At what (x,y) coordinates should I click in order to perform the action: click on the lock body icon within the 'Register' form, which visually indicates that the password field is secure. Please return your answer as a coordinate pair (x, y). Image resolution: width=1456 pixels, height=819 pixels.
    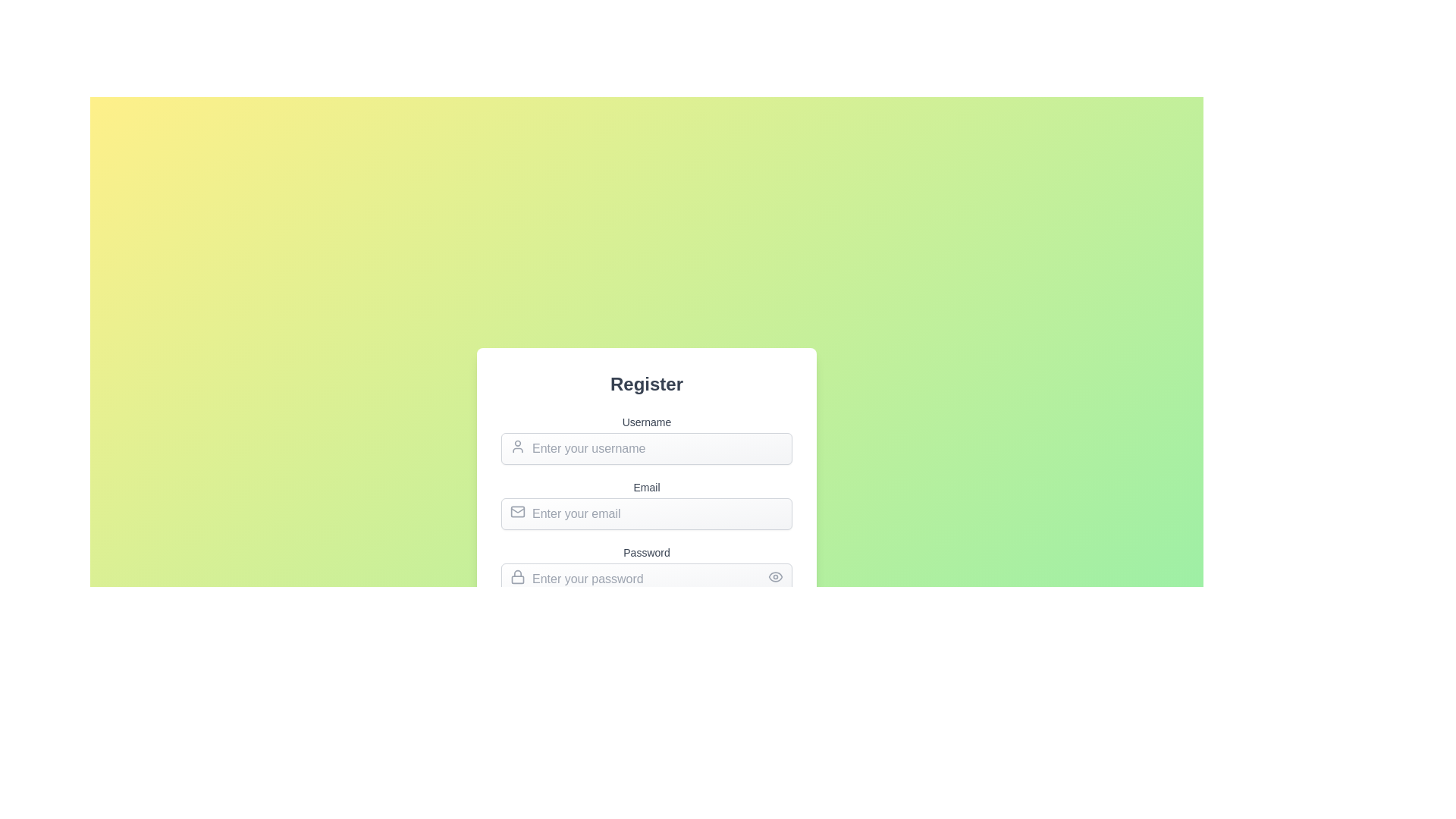
    Looking at the image, I should click on (517, 579).